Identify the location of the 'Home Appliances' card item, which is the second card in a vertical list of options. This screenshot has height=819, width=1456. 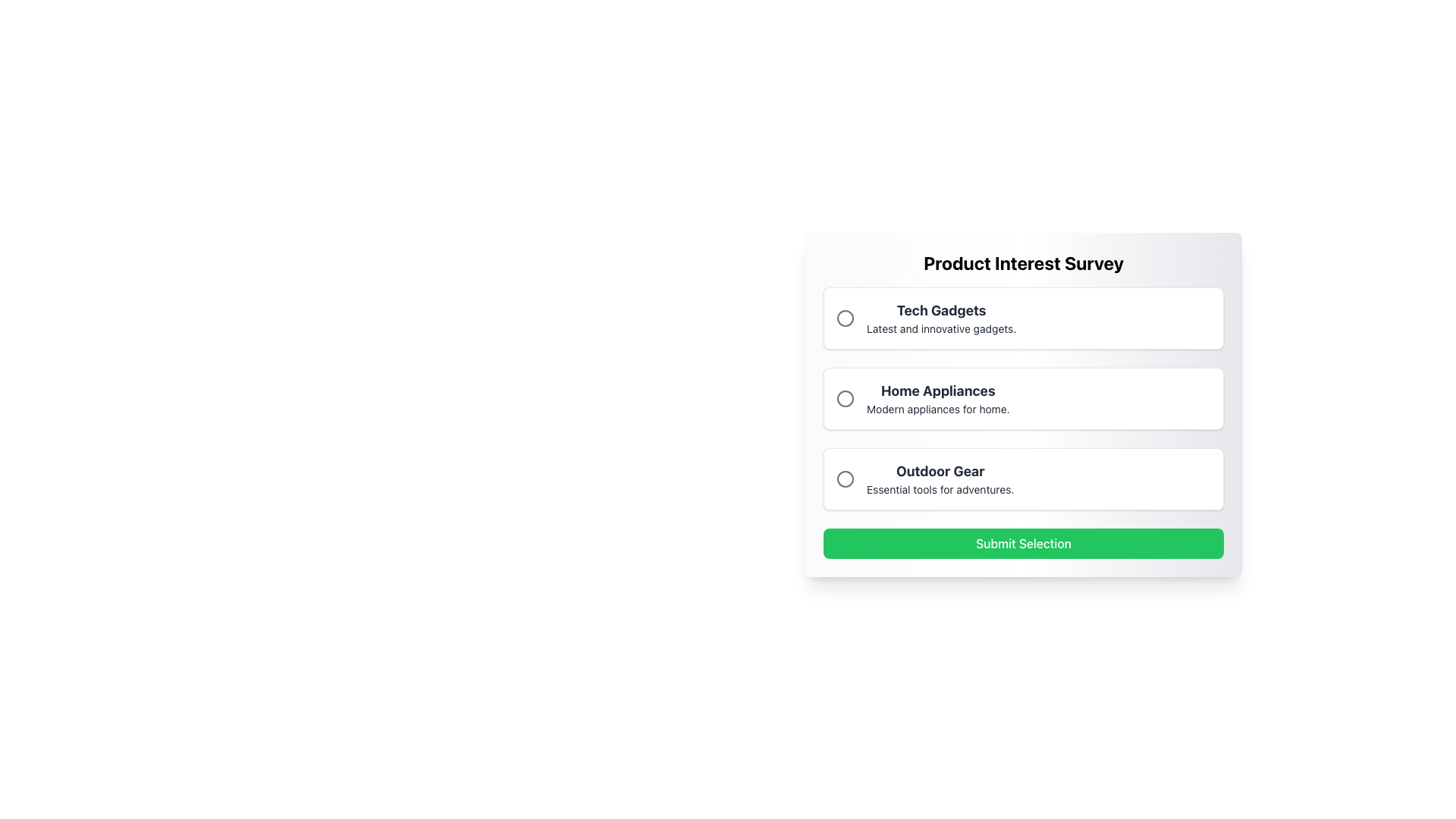
(1023, 397).